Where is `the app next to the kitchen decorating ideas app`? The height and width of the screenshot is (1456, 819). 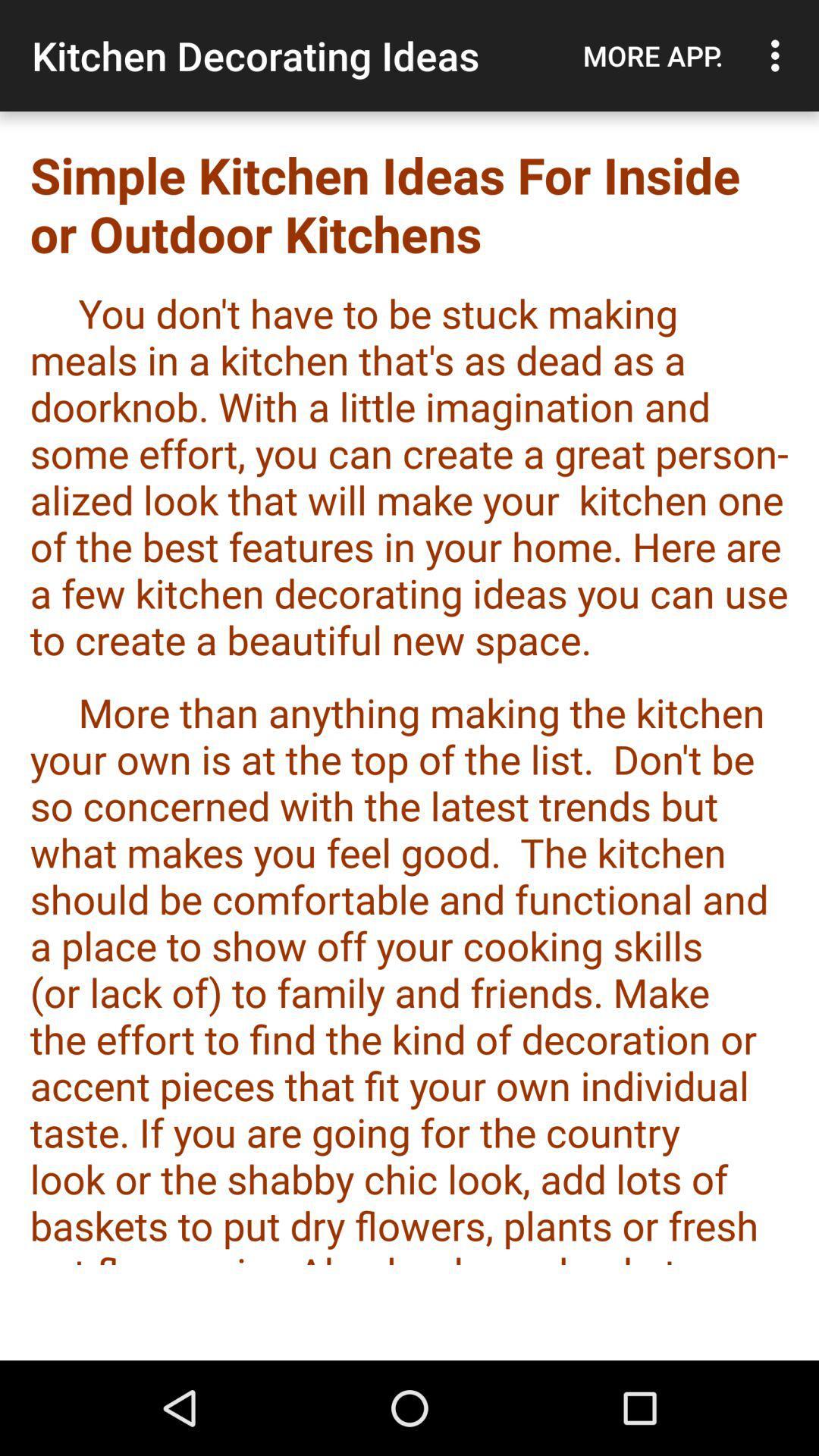
the app next to the kitchen decorating ideas app is located at coordinates (652, 55).